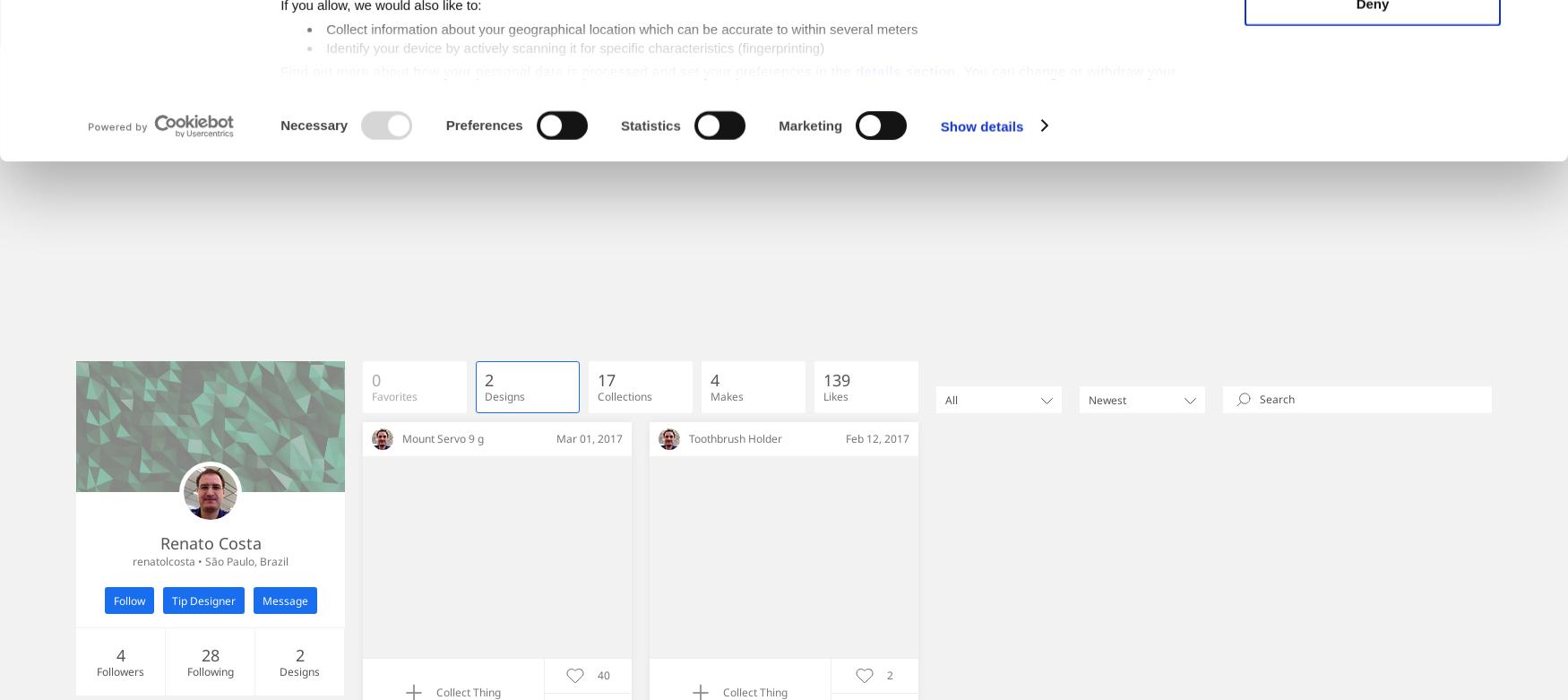 This screenshot has width=1568, height=700. I want to click on 'renatolcosta', so click(163, 561).